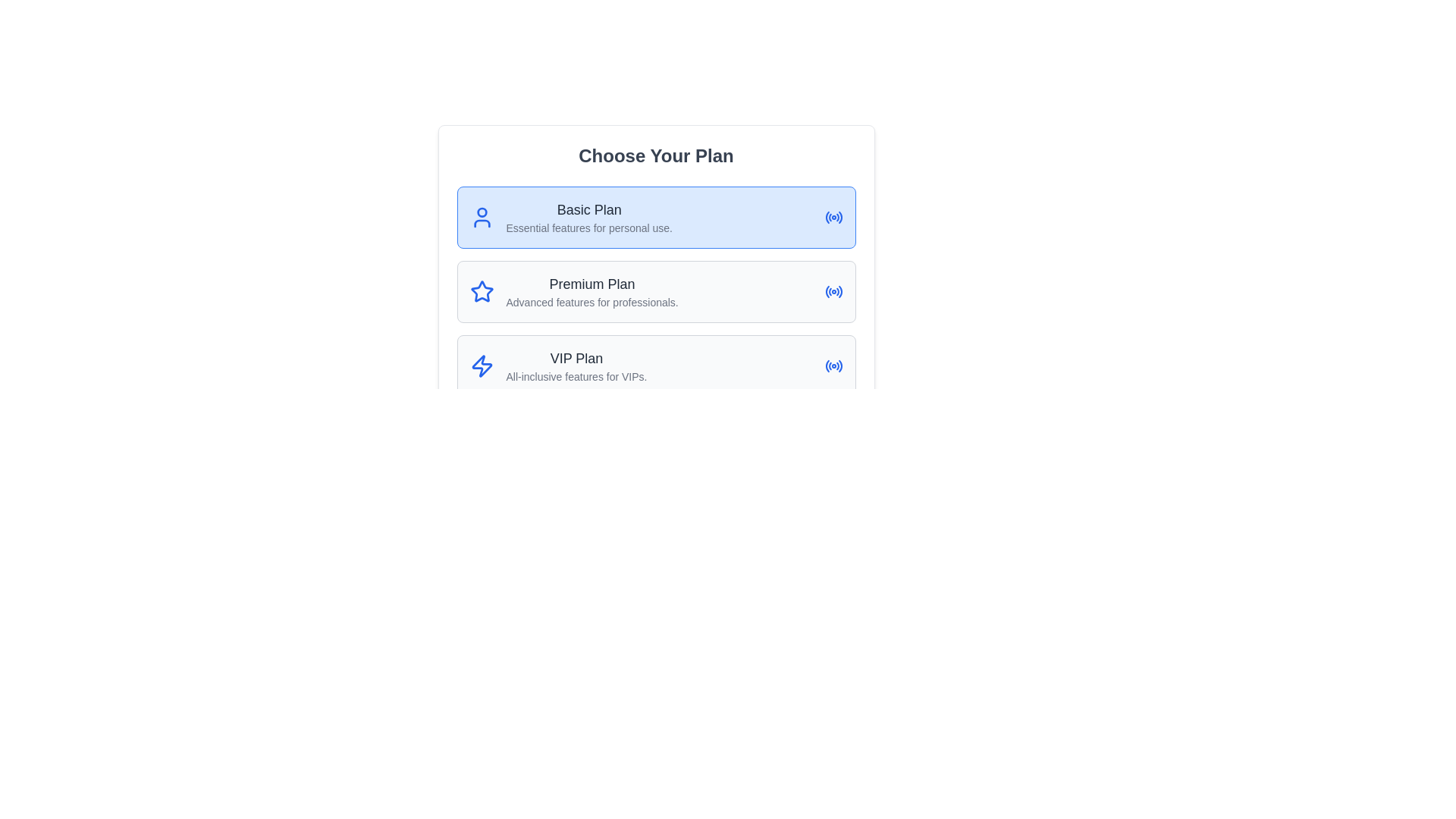 This screenshot has height=819, width=1456. I want to click on the Static Text Element that describes the features or benefits of the VIP plan option, located below the 'VIP Plan' title label in the subscription plans section, so click(576, 376).